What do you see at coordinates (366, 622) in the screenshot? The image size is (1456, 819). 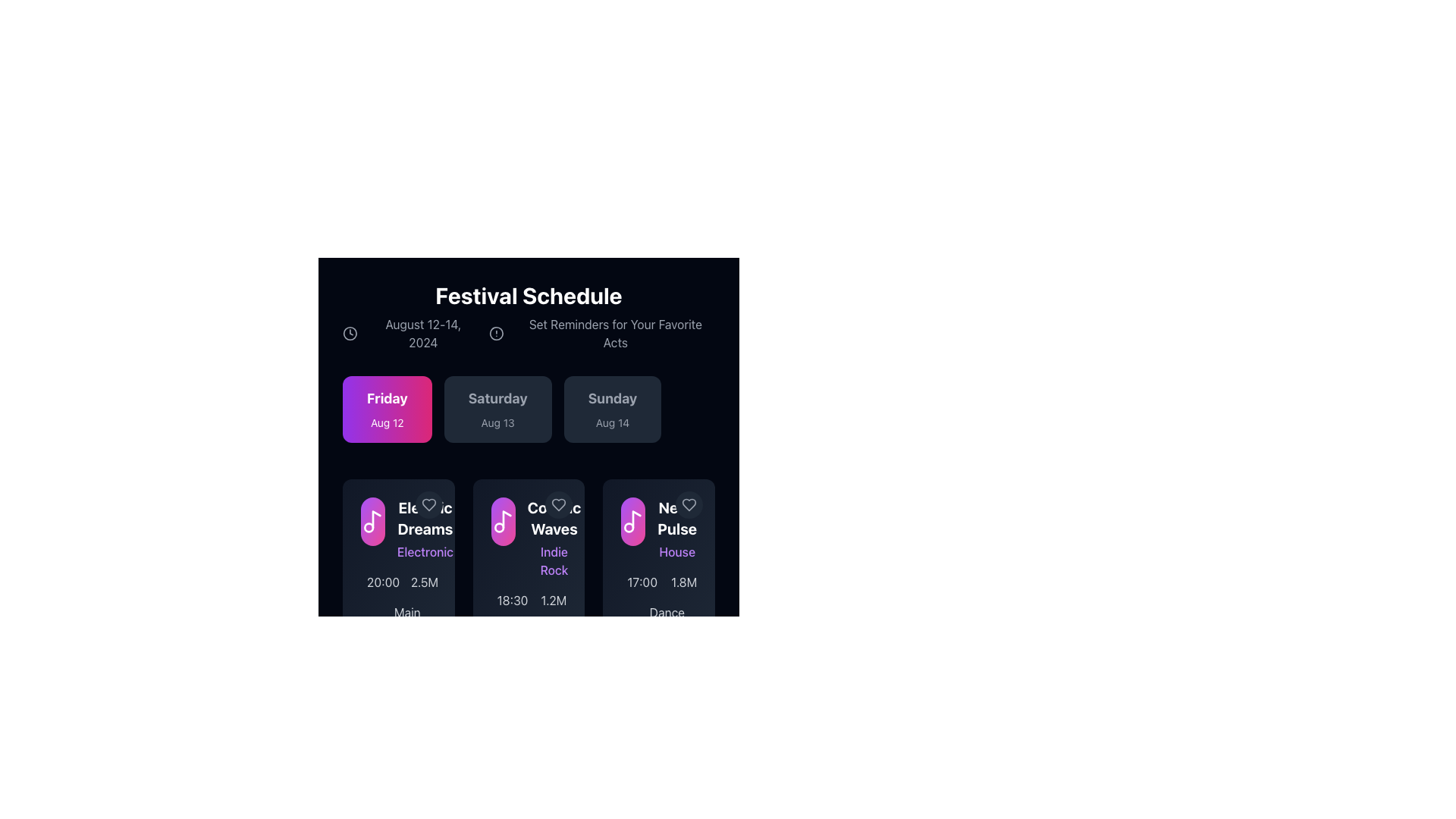 I see `the map pin icon styled as a light gray SVG, which is positioned to the left of the 'Main Stage' label` at bounding box center [366, 622].